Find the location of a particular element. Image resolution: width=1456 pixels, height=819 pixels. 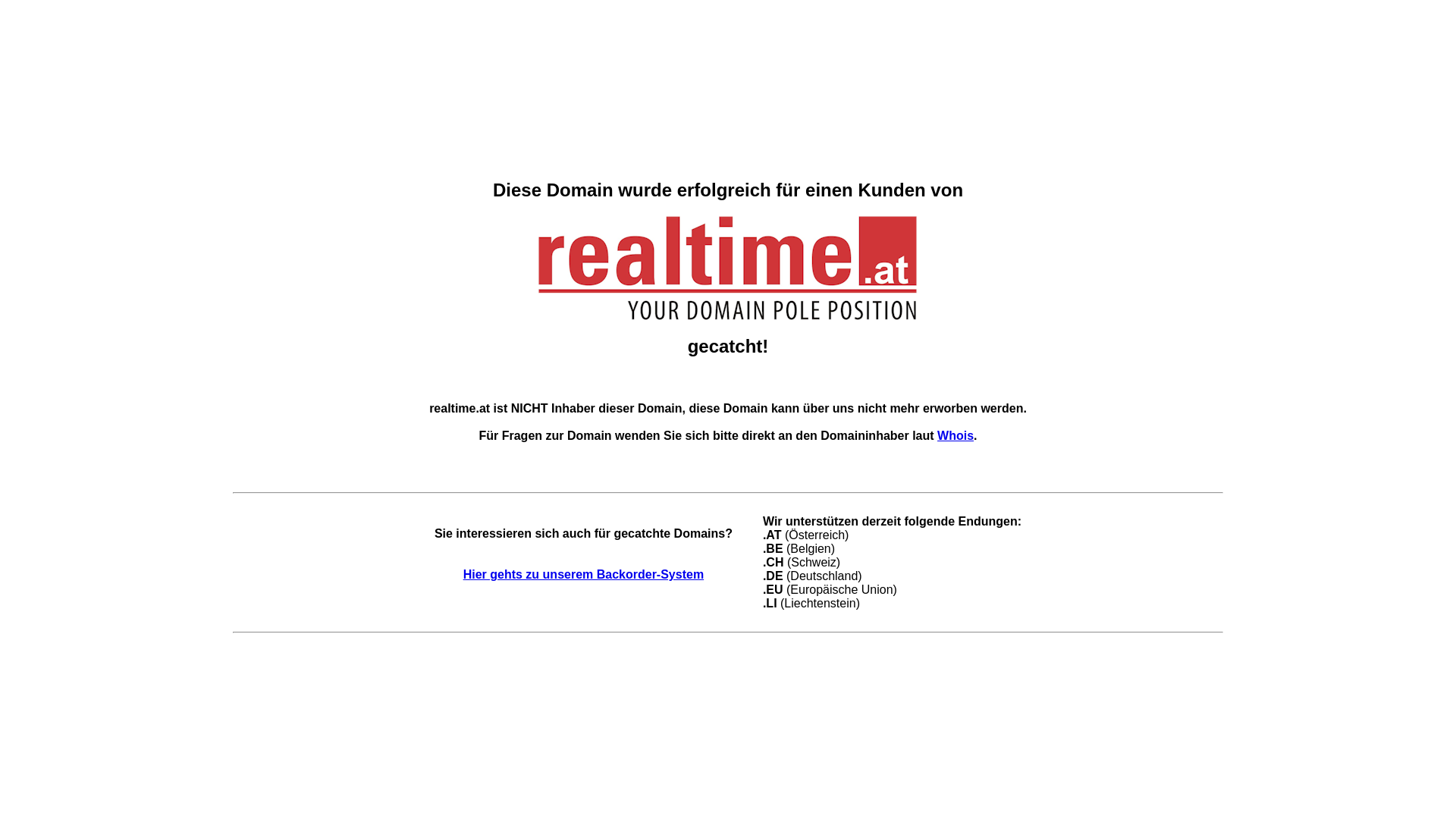

'Hier gehts zu unserem Backorder-System' is located at coordinates (582, 574).